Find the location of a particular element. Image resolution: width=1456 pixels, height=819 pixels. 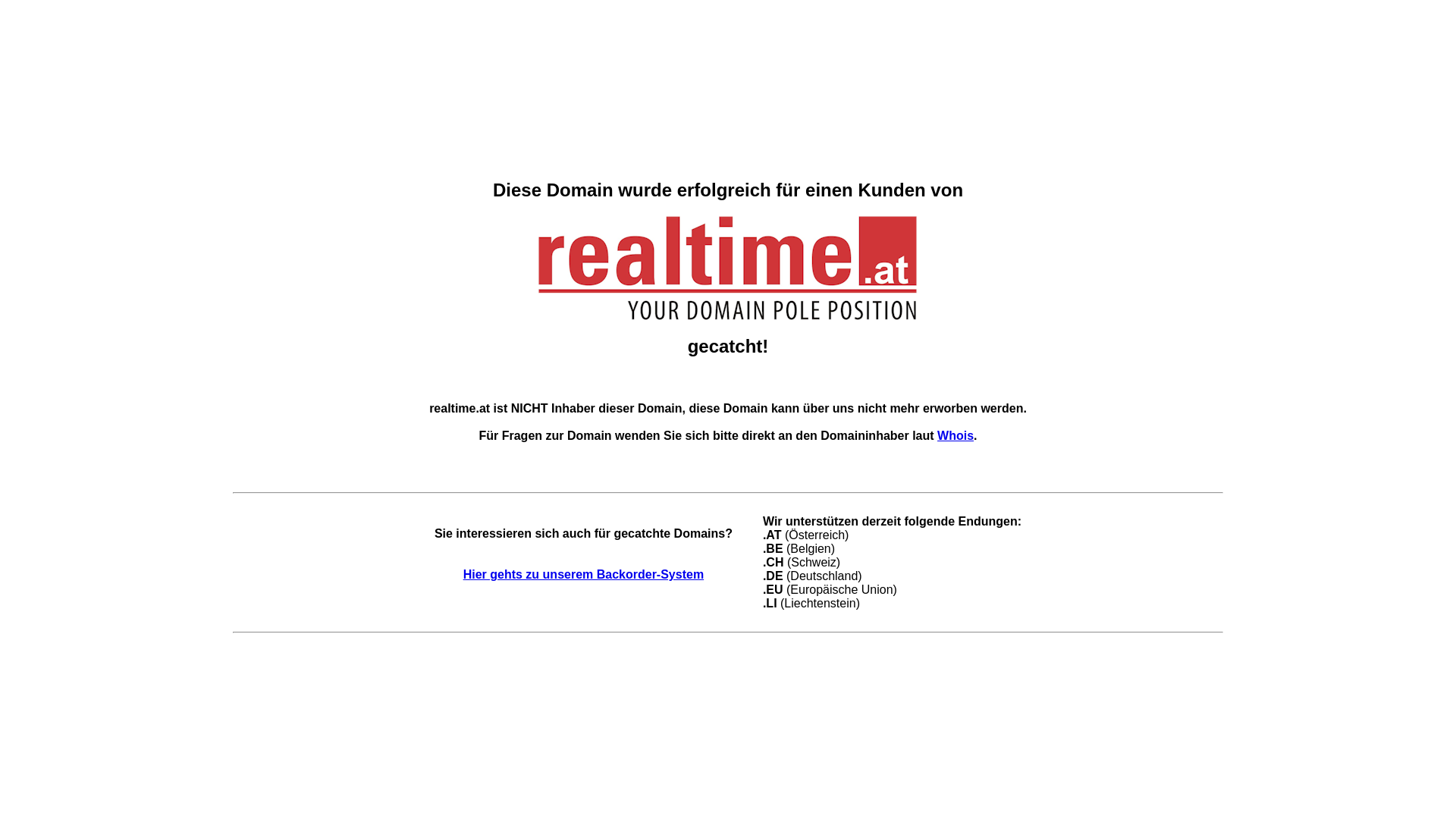

'Hier gehts zu unserem Backorder-System' is located at coordinates (582, 574).